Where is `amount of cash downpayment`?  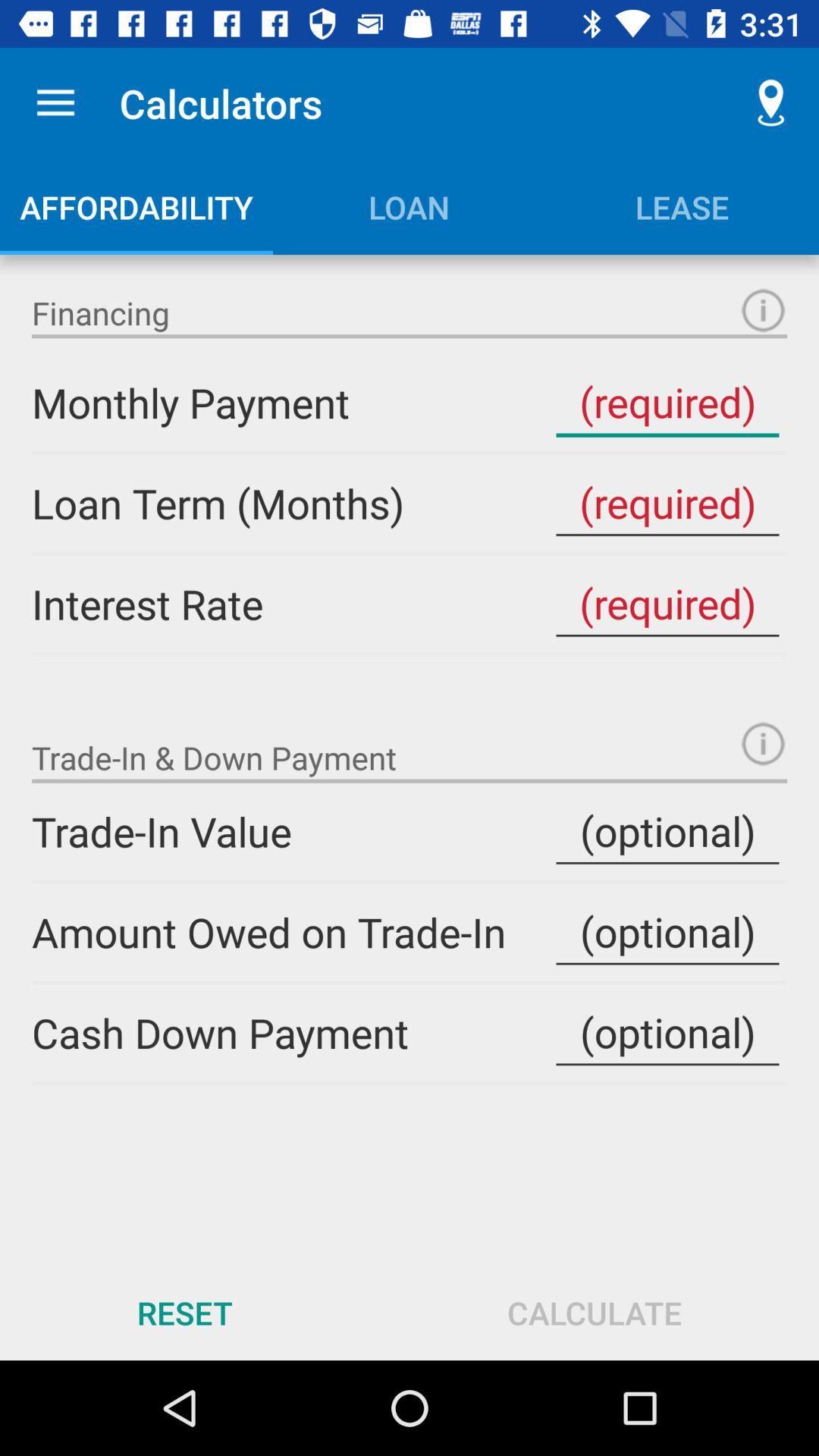
amount of cash downpayment is located at coordinates (667, 1032).